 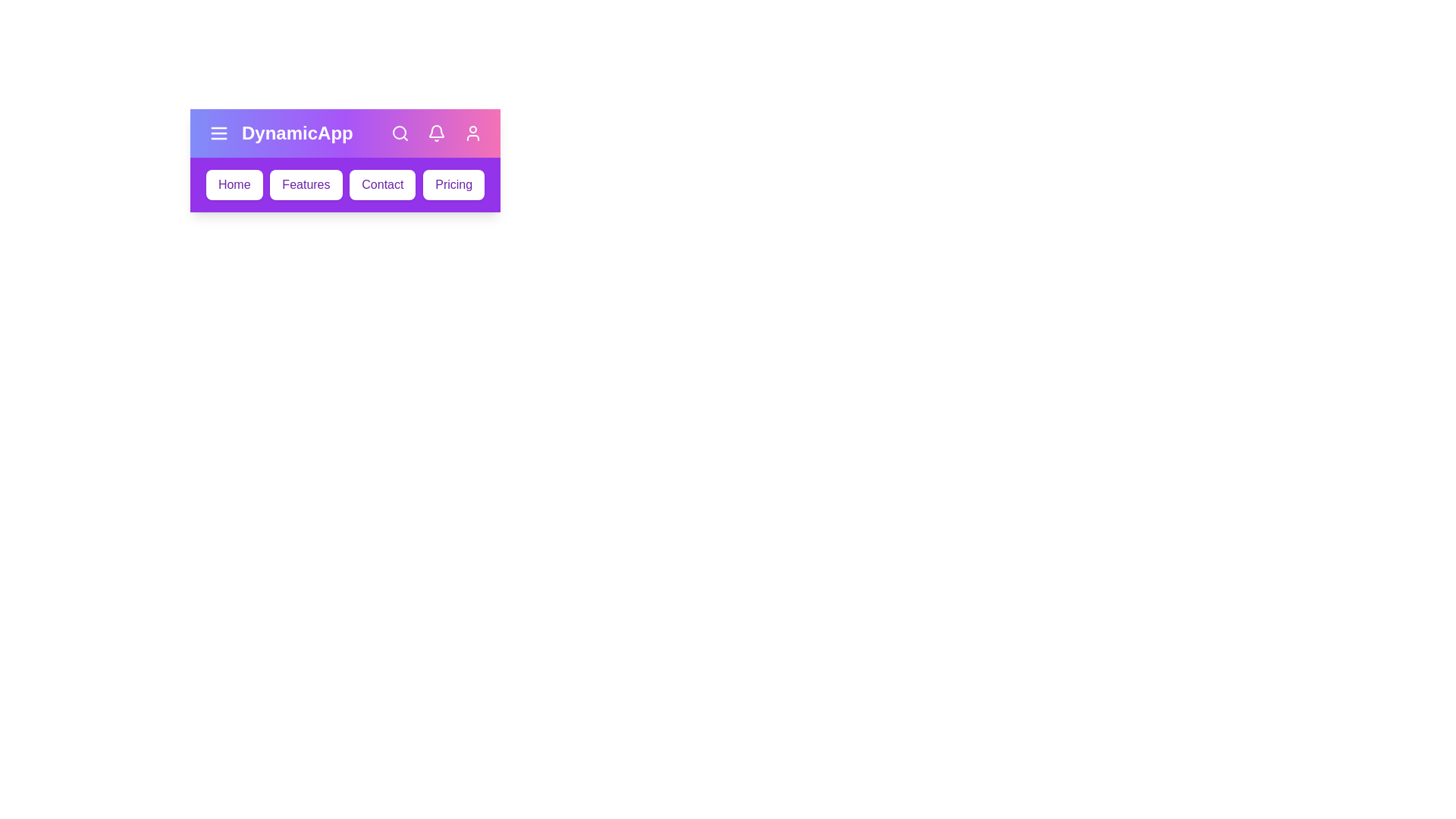 I want to click on the Home tab to navigate to the corresponding section, so click(x=233, y=184).